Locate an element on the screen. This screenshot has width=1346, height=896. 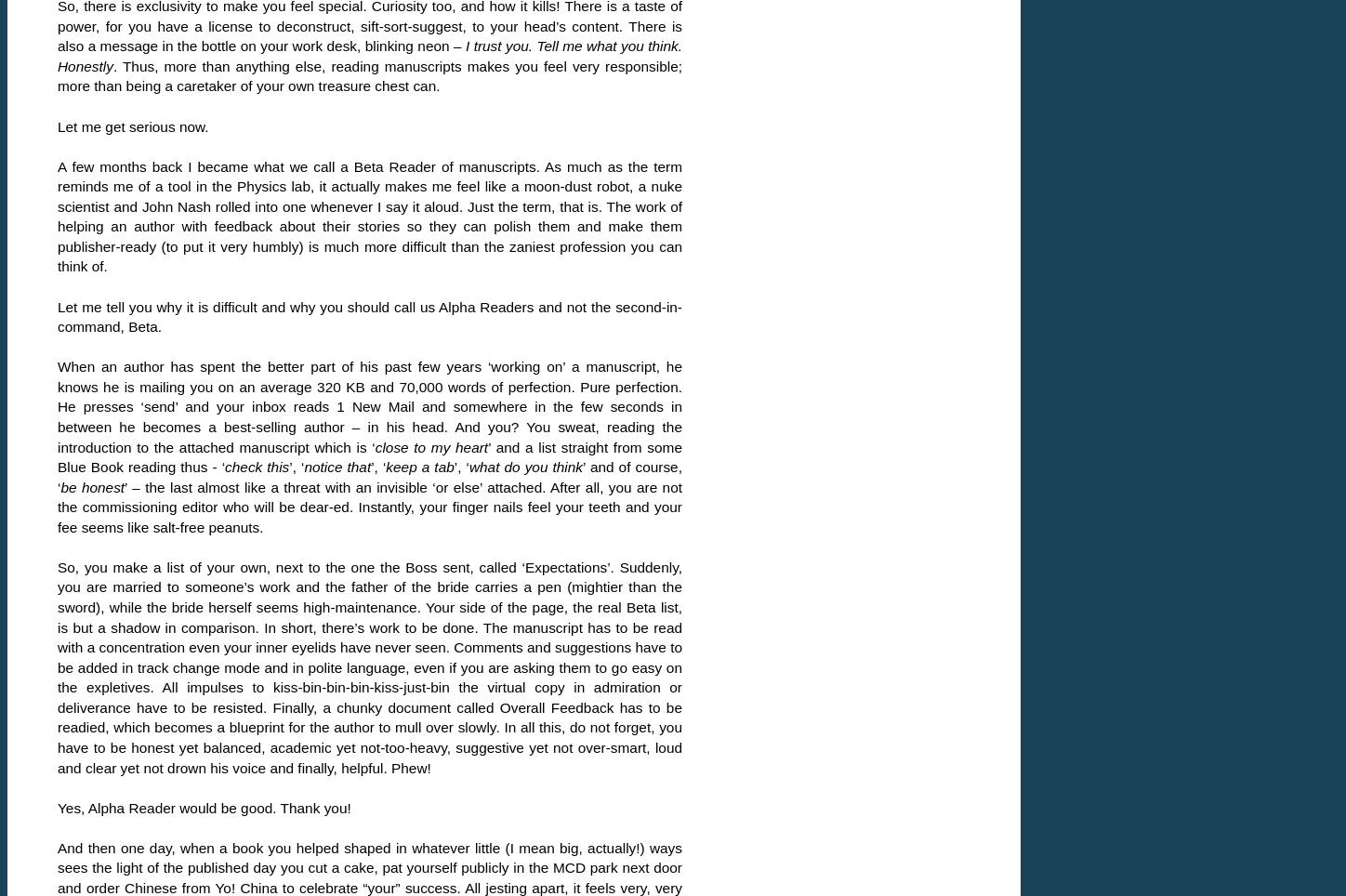
'notice that' is located at coordinates (302, 466).